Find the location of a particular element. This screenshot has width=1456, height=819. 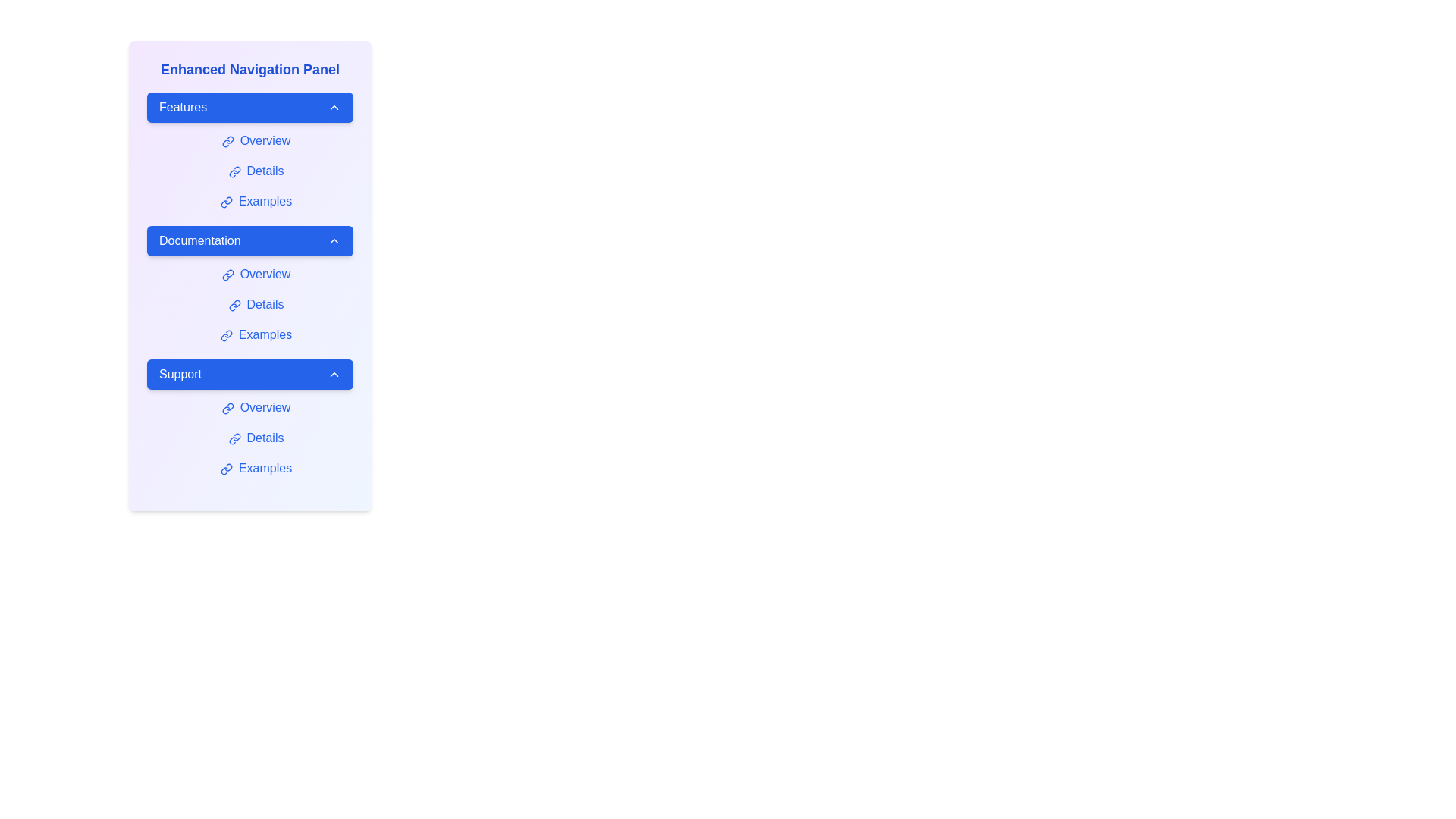

the icon represented as two interconnected chain links, styled with a light blue coloration, located to the left of the text 'Details' in the 'Documentation' section of the expandable navigation panel is located at coordinates (234, 305).